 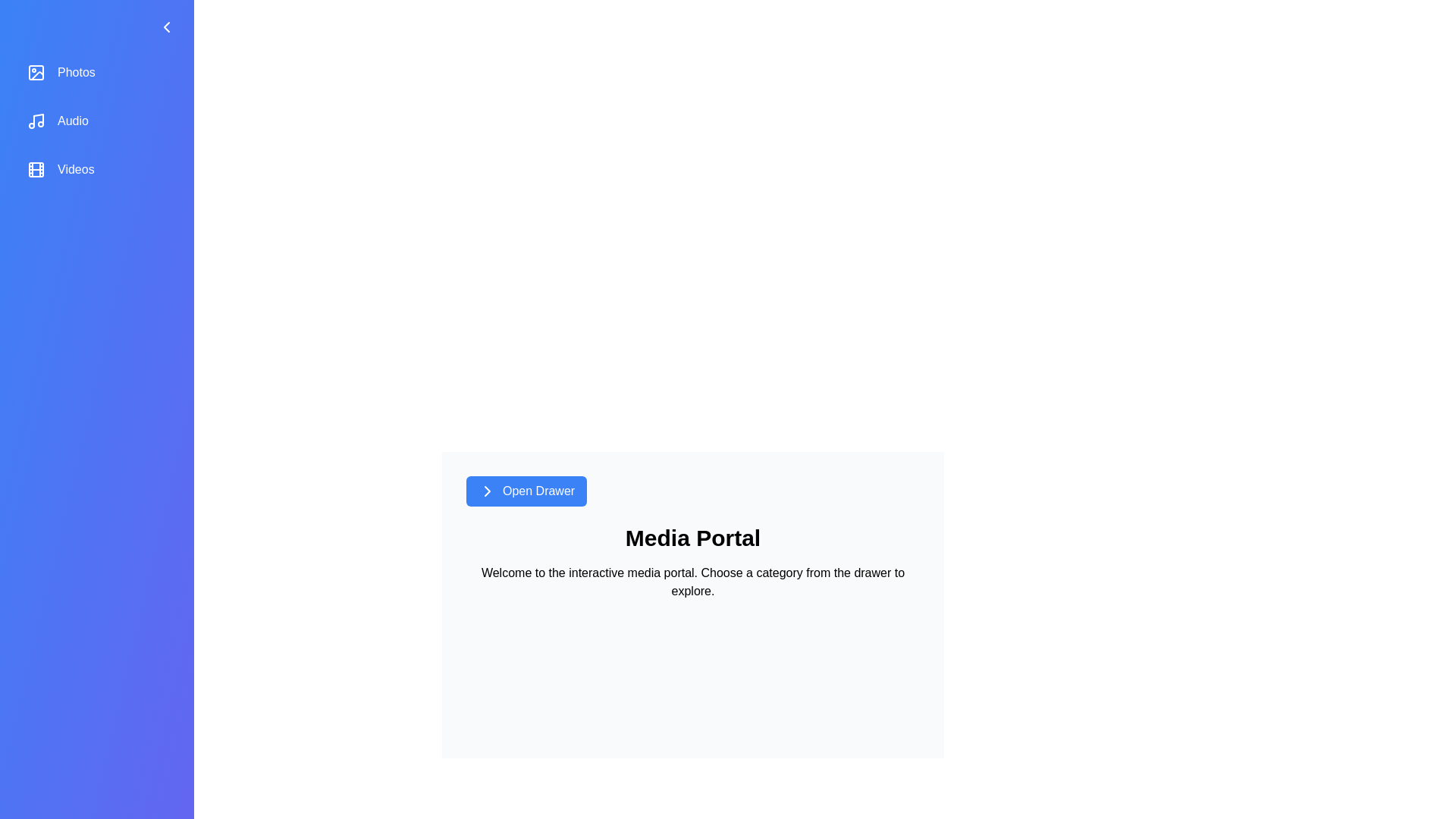 I want to click on the category Photos from the drawer, so click(x=96, y=73).